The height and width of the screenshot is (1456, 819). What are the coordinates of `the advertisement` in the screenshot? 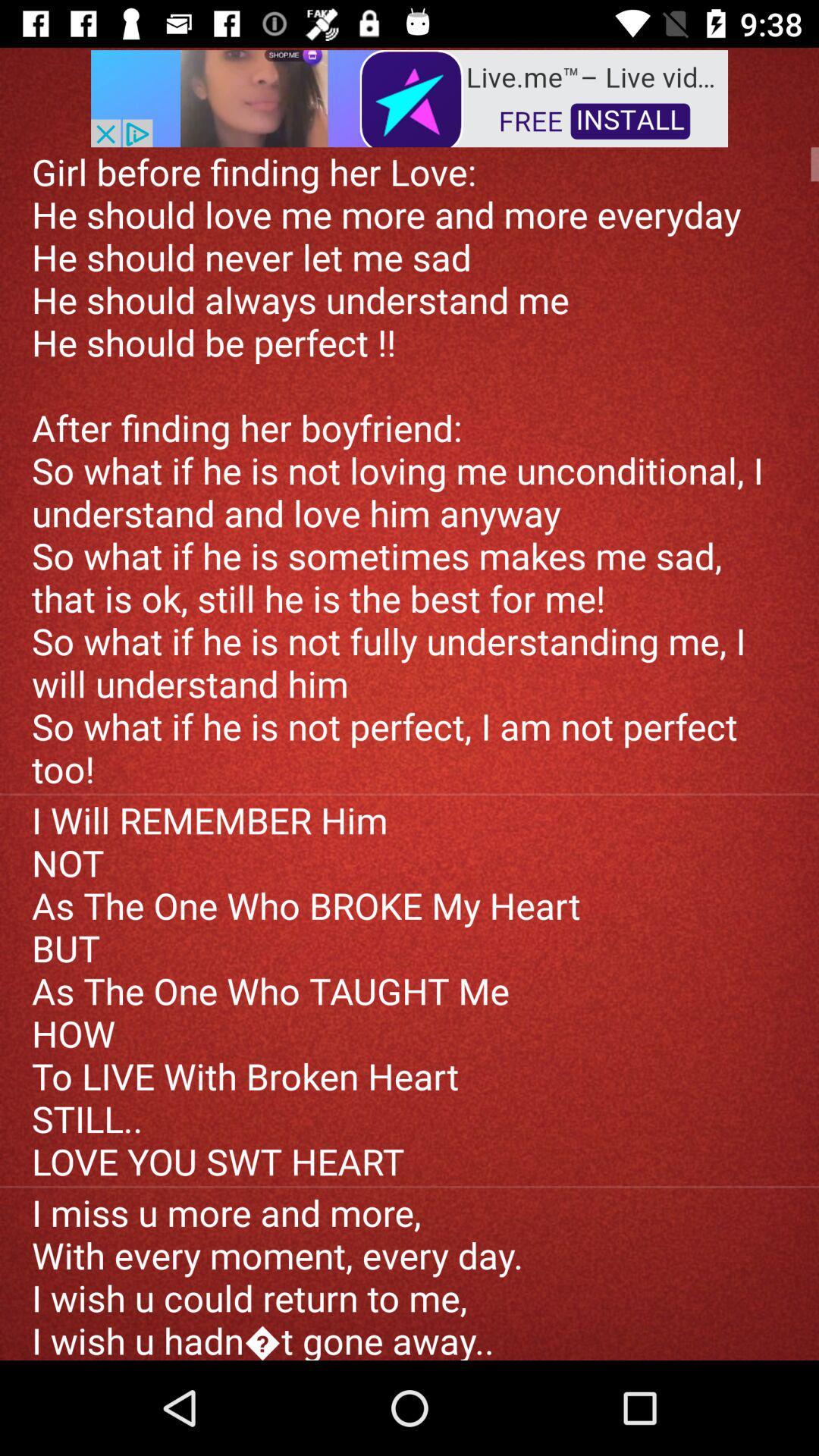 It's located at (409, 96).